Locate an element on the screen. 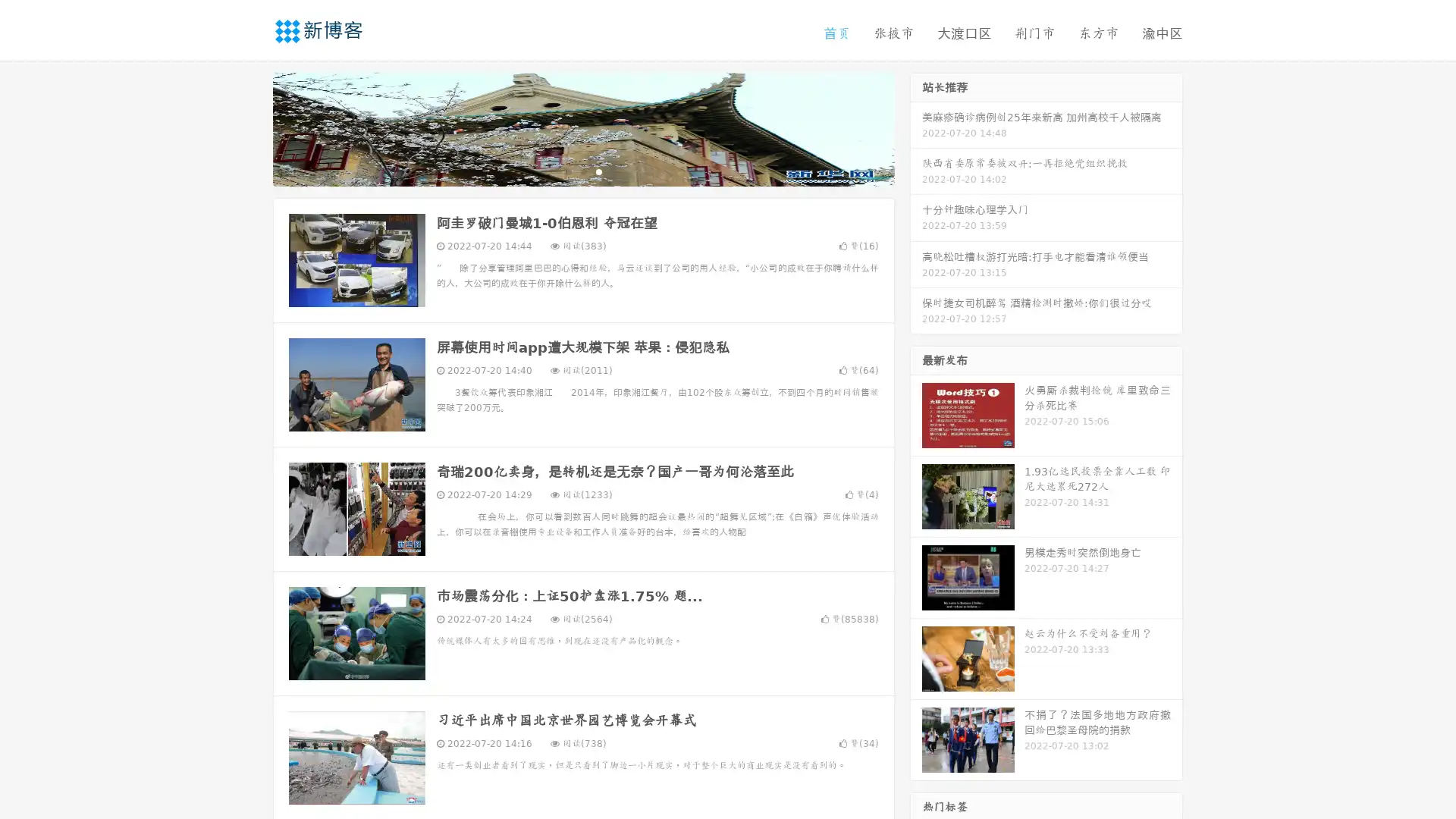 This screenshot has height=819, width=1456. Go to slide 2 is located at coordinates (582, 171).